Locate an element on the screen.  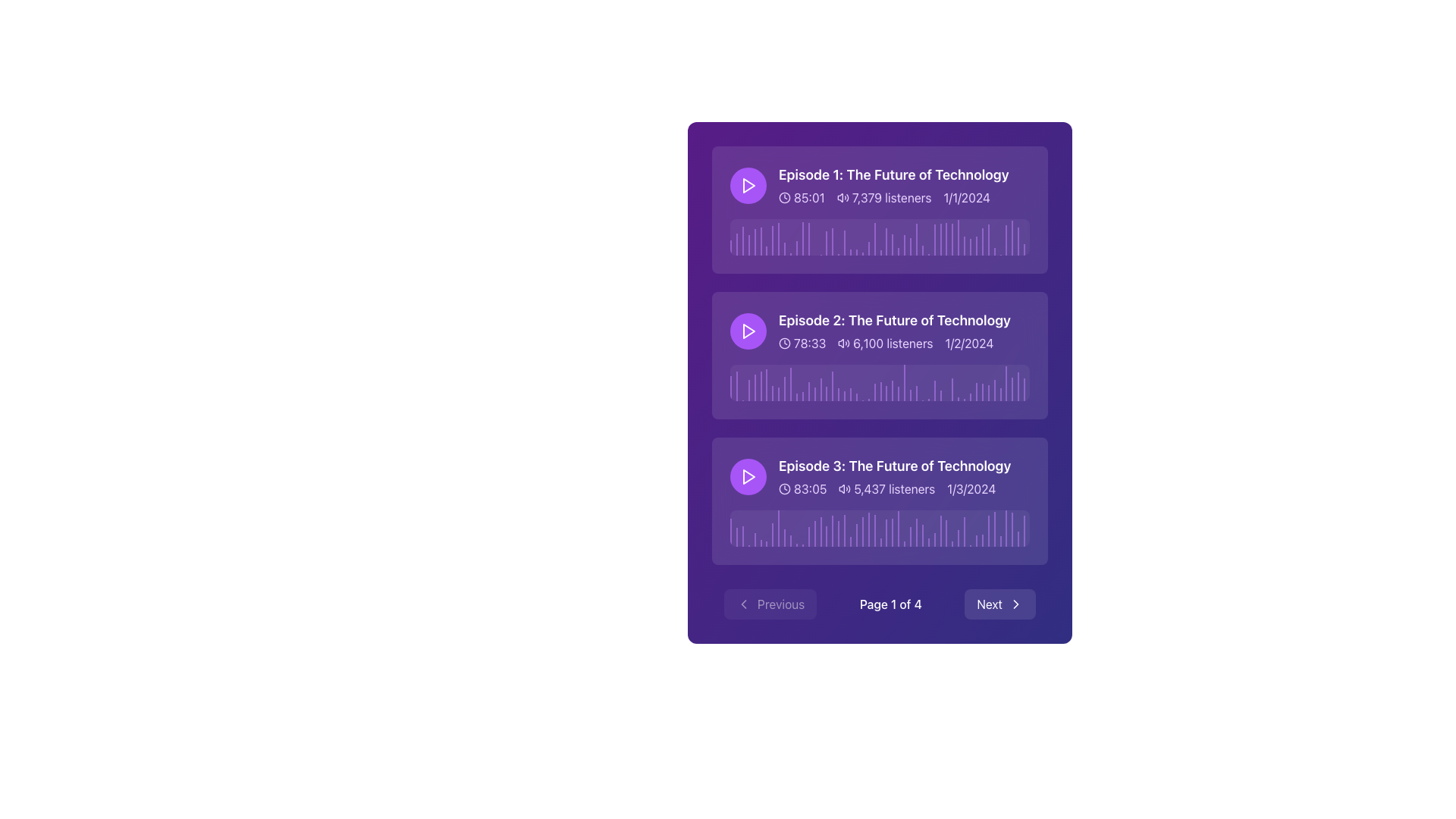
the second component in the horizontal group displaying listener statistics for the podcast episode, located between the runtime information and the date is located at coordinates (884, 197).